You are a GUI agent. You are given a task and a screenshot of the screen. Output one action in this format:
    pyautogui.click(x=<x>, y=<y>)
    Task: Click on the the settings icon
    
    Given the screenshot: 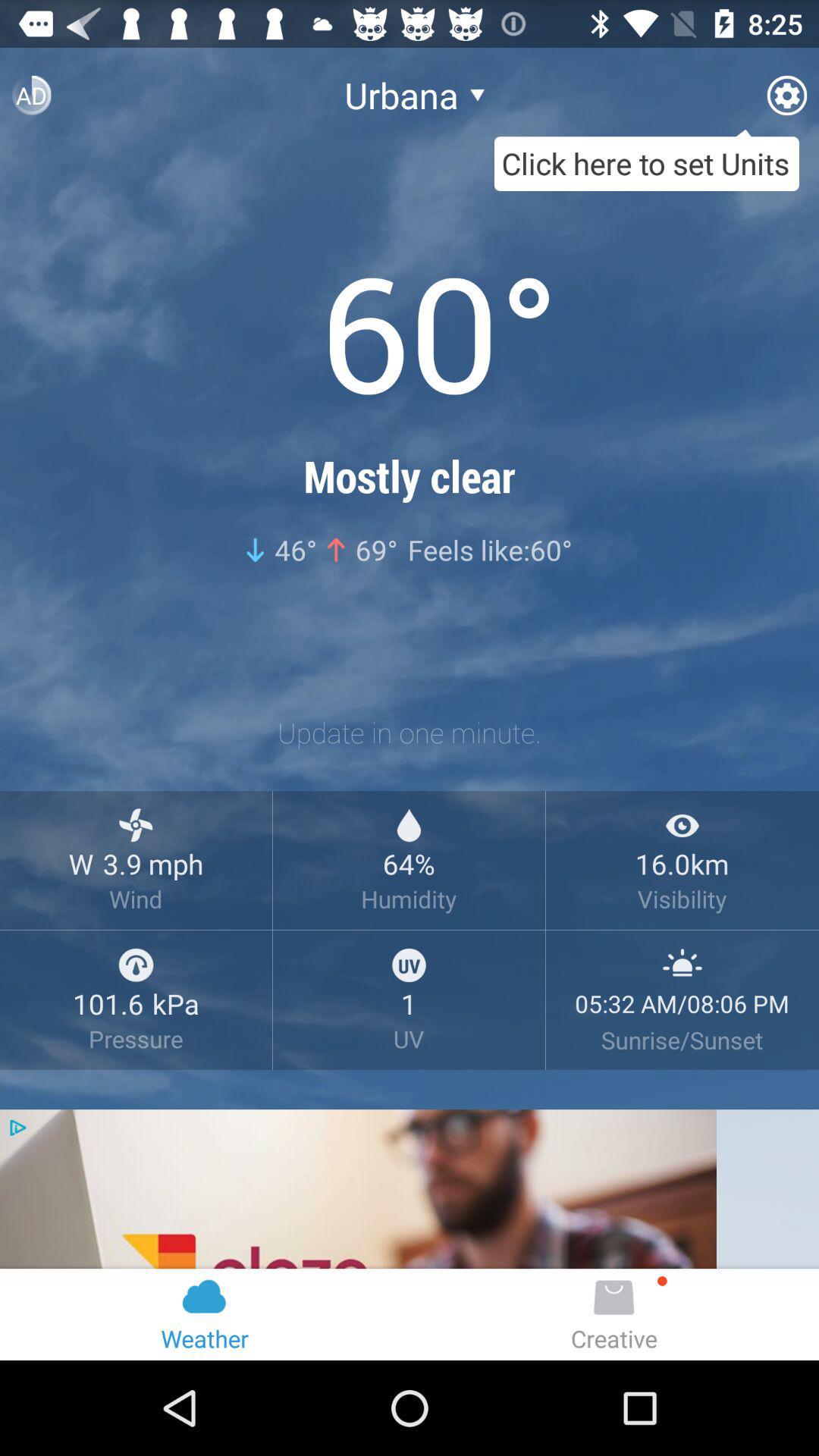 What is the action you would take?
    pyautogui.click(x=786, y=101)
    